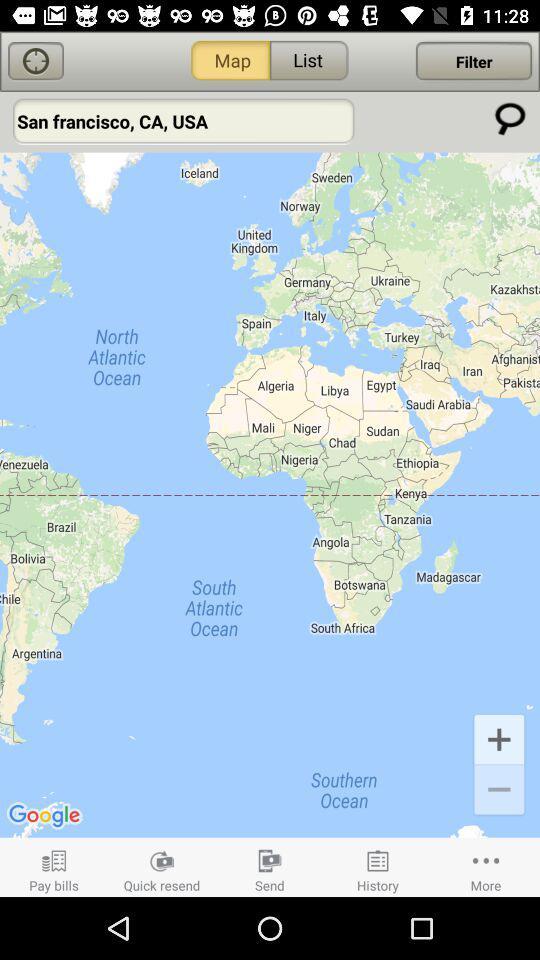  I want to click on the add icon, so click(498, 737).